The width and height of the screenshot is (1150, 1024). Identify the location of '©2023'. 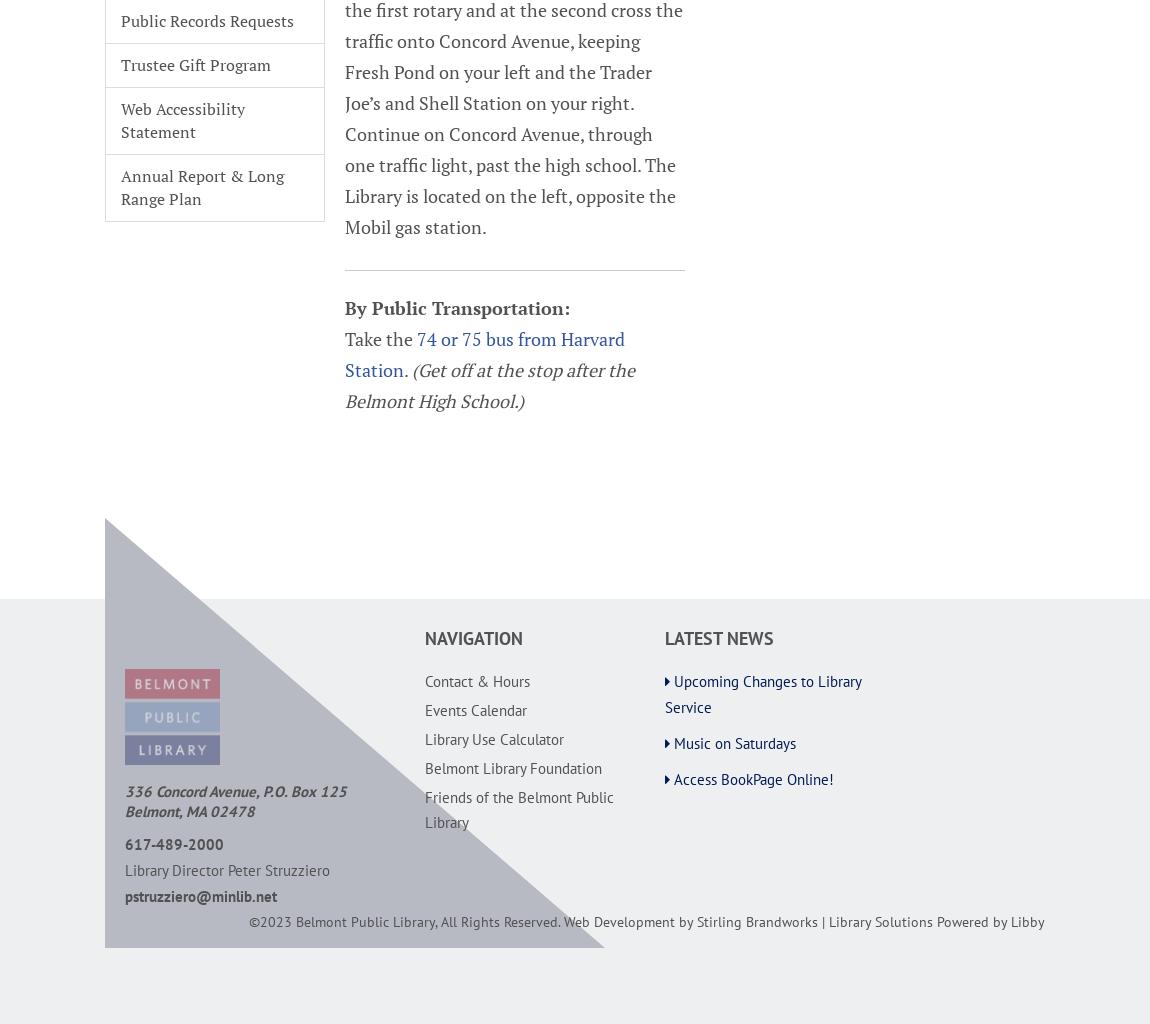
(247, 919).